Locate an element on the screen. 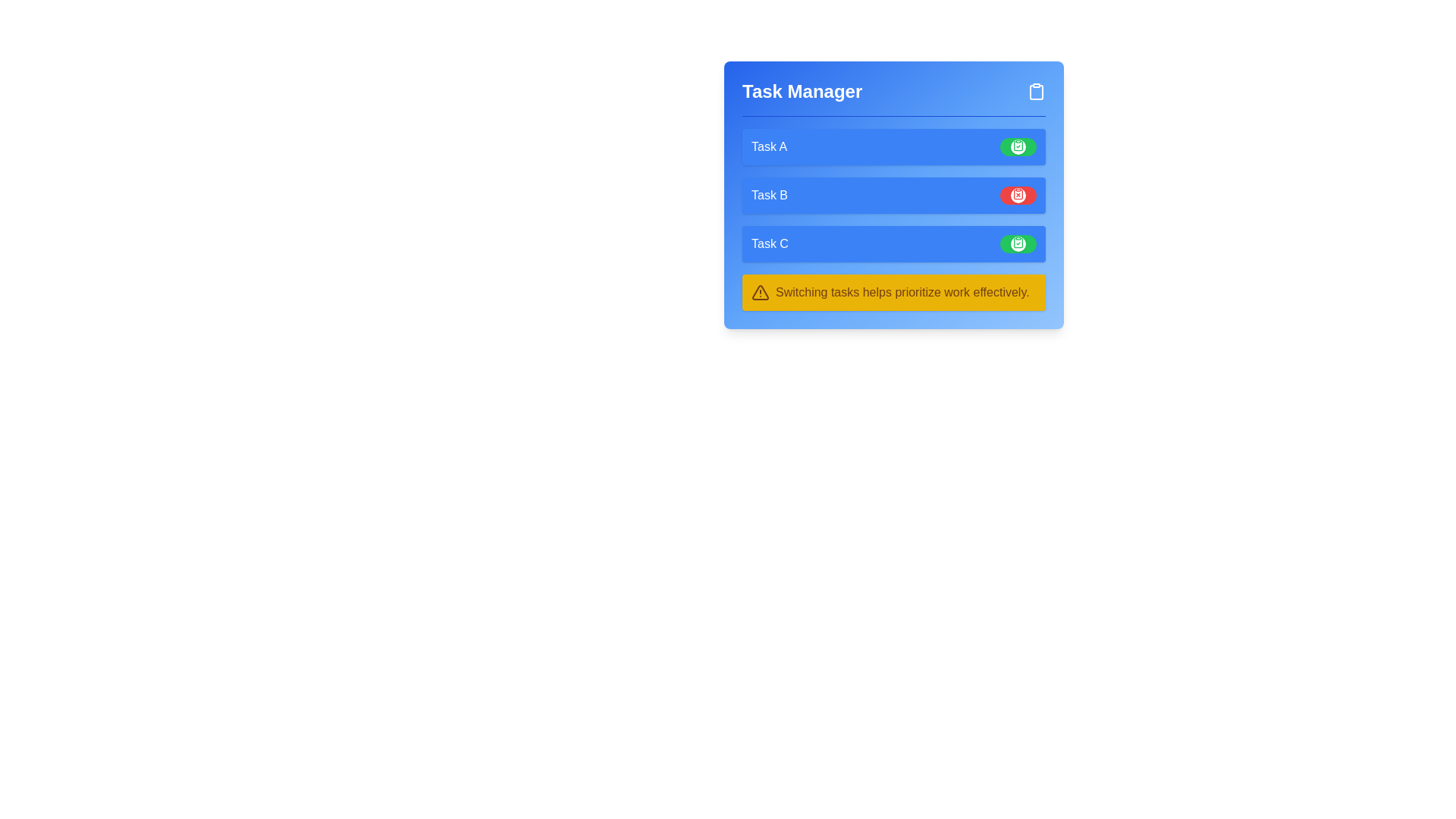  the toggle switch with a green background and a white circular handle, located to the right of the 'Task A' label is located at coordinates (1018, 146).